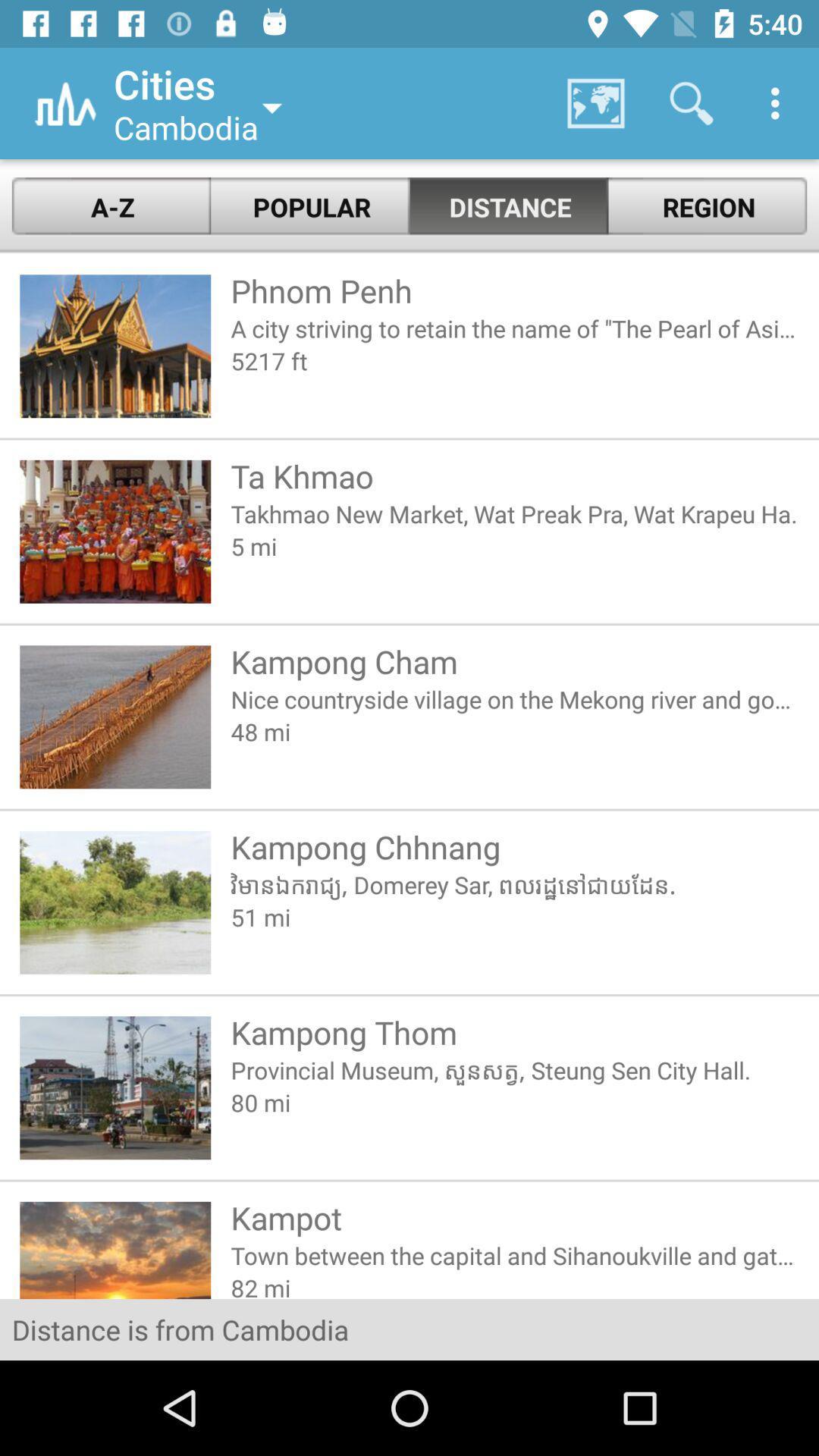 This screenshot has width=819, height=1456. What do you see at coordinates (514, 328) in the screenshot?
I see `a city striving item` at bounding box center [514, 328].